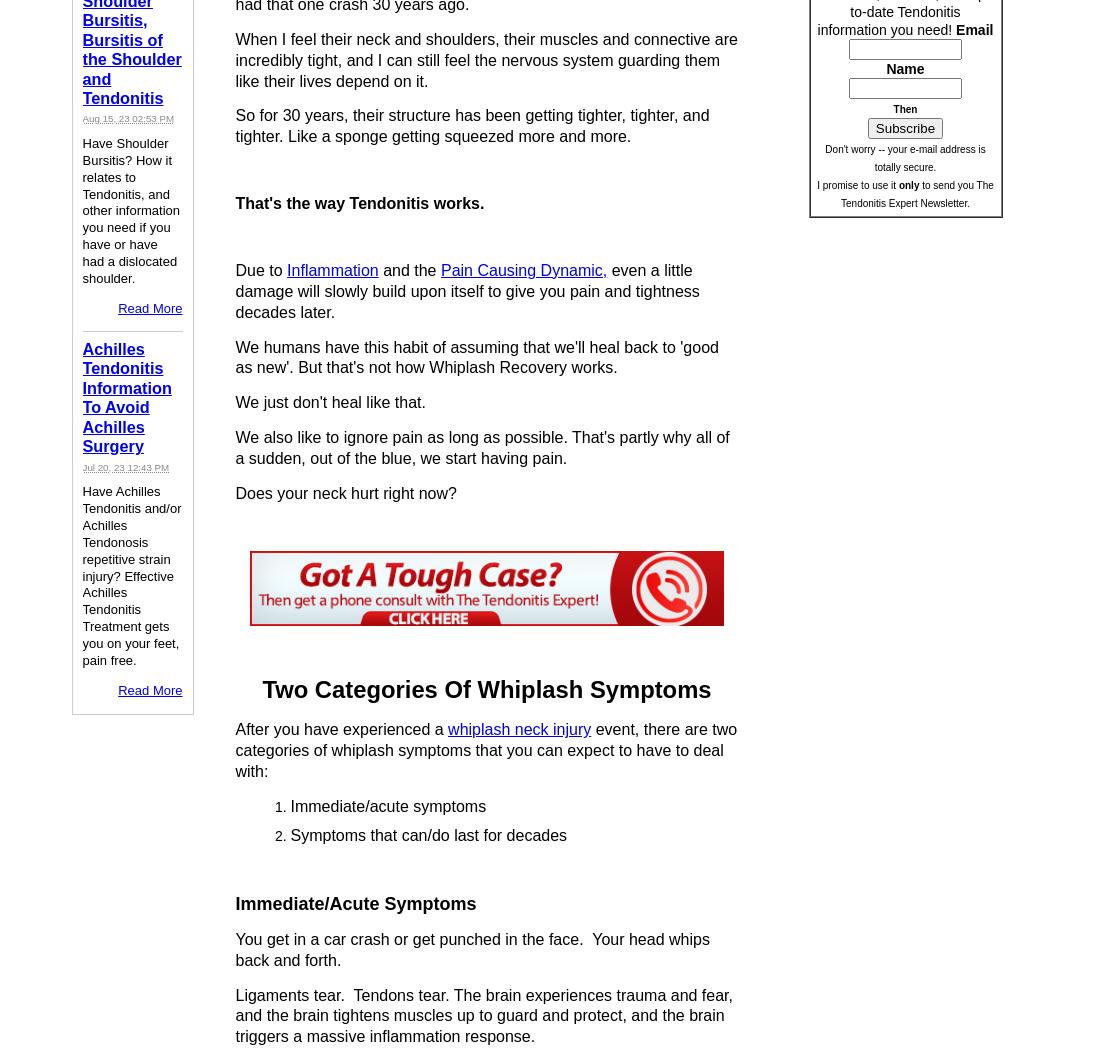  Describe the element at coordinates (907, 183) in the screenshot. I see `'only'` at that location.